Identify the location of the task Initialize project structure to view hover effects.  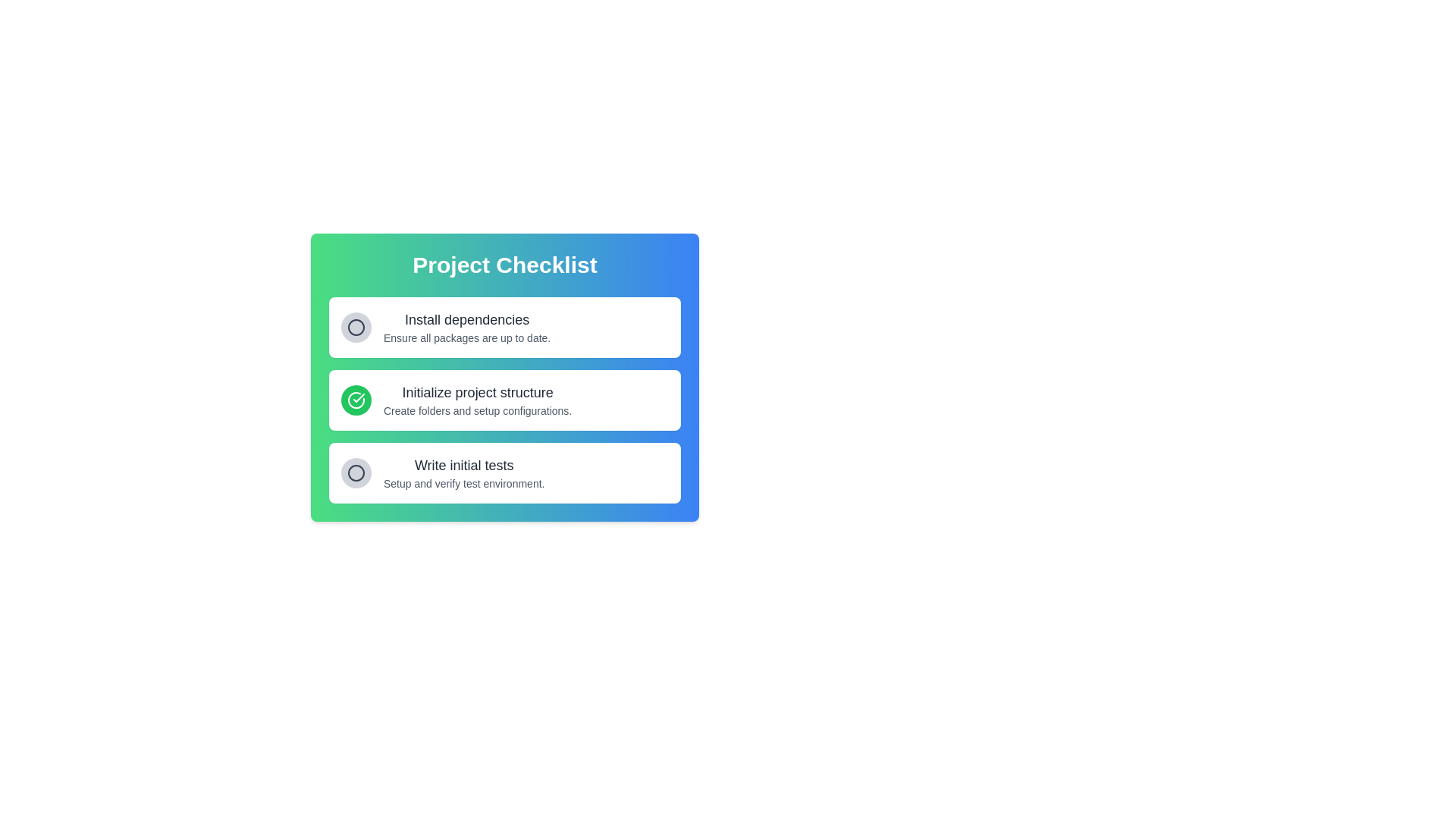
(476, 400).